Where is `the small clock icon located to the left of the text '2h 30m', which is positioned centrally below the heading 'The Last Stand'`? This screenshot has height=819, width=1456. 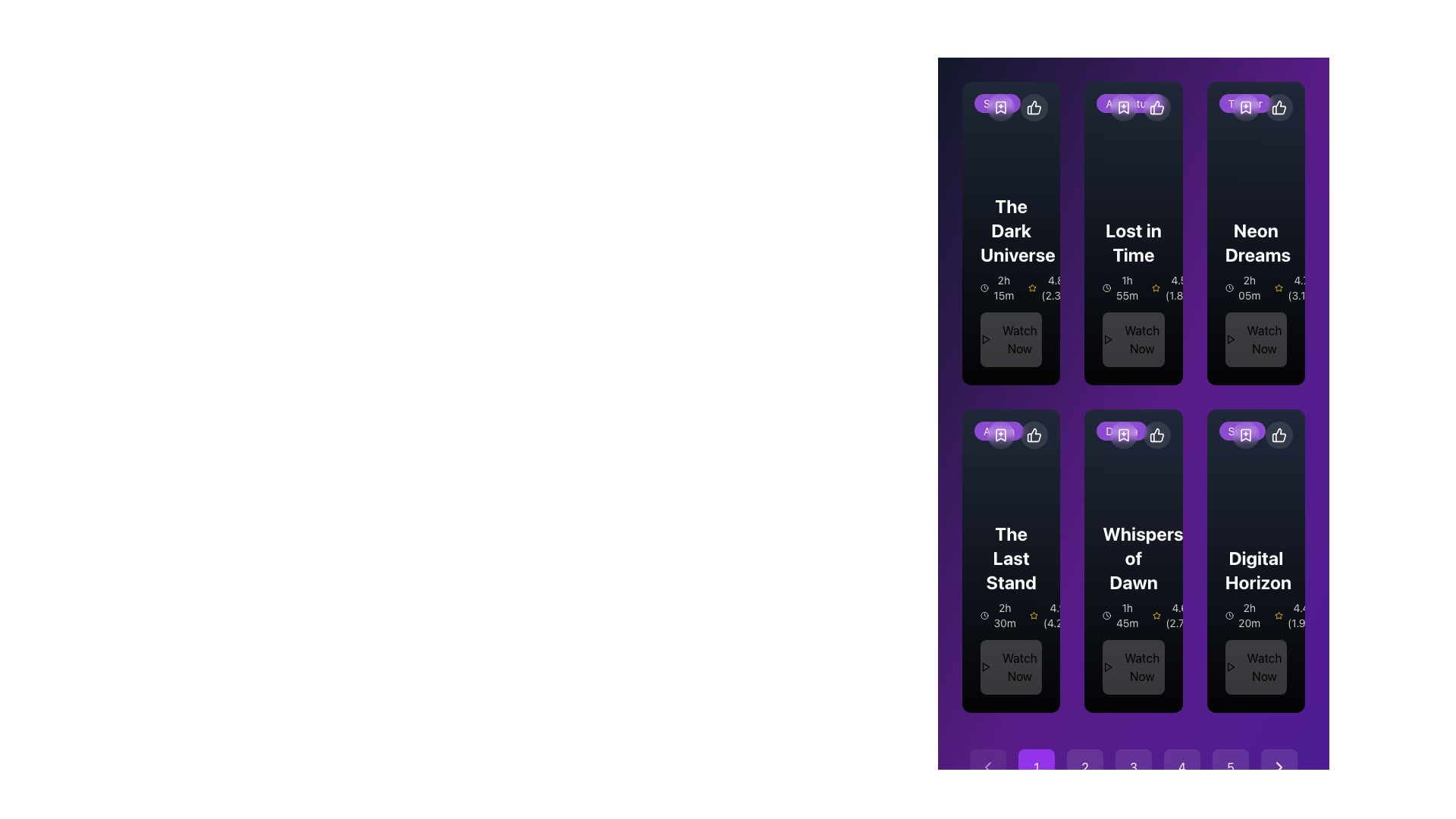 the small clock icon located to the left of the text '2h 30m', which is positioned centrally below the heading 'The Last Stand' is located at coordinates (984, 616).